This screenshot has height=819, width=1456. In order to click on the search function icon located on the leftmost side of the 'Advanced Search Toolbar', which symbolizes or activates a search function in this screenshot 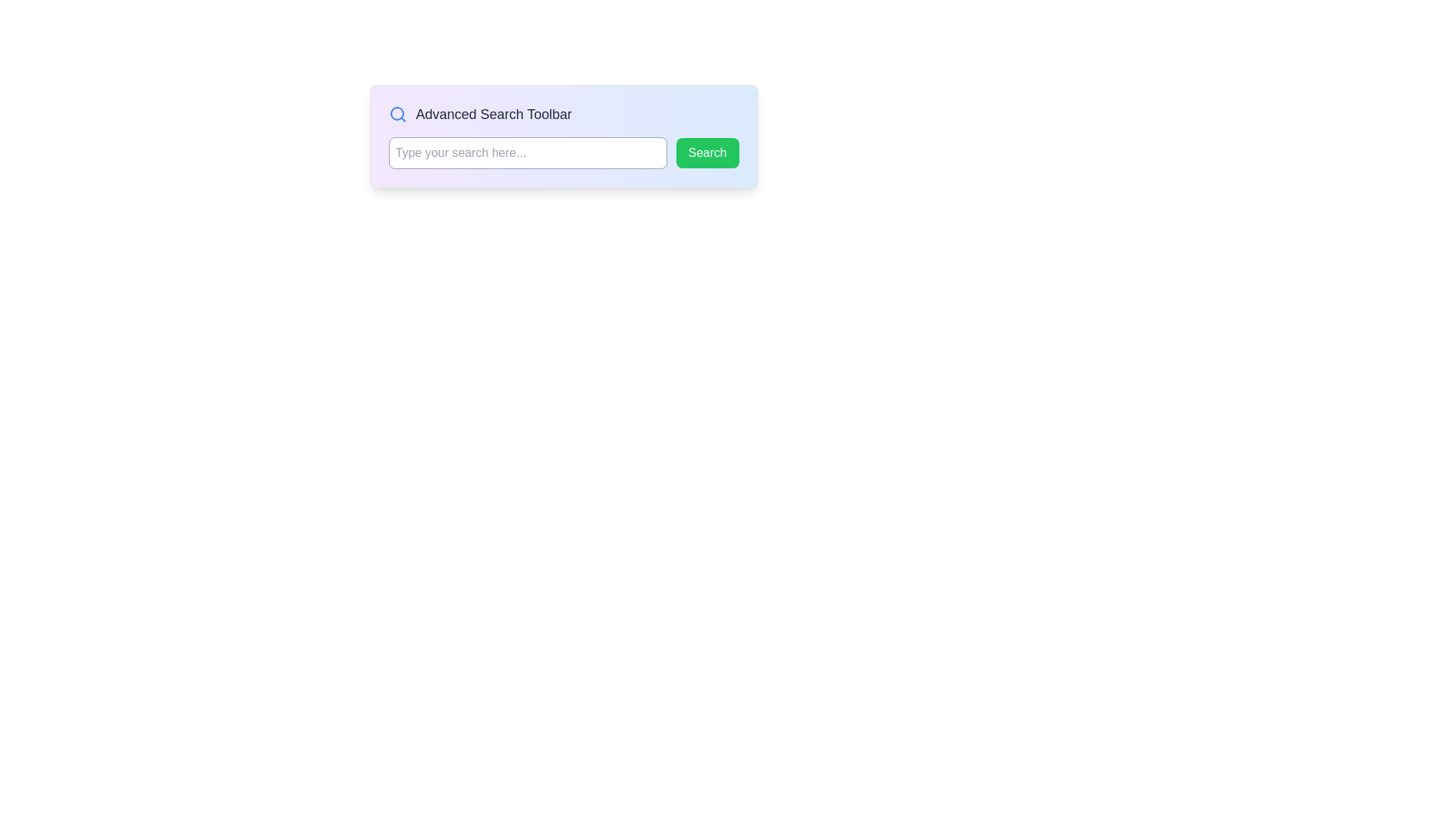, I will do `click(397, 113)`.